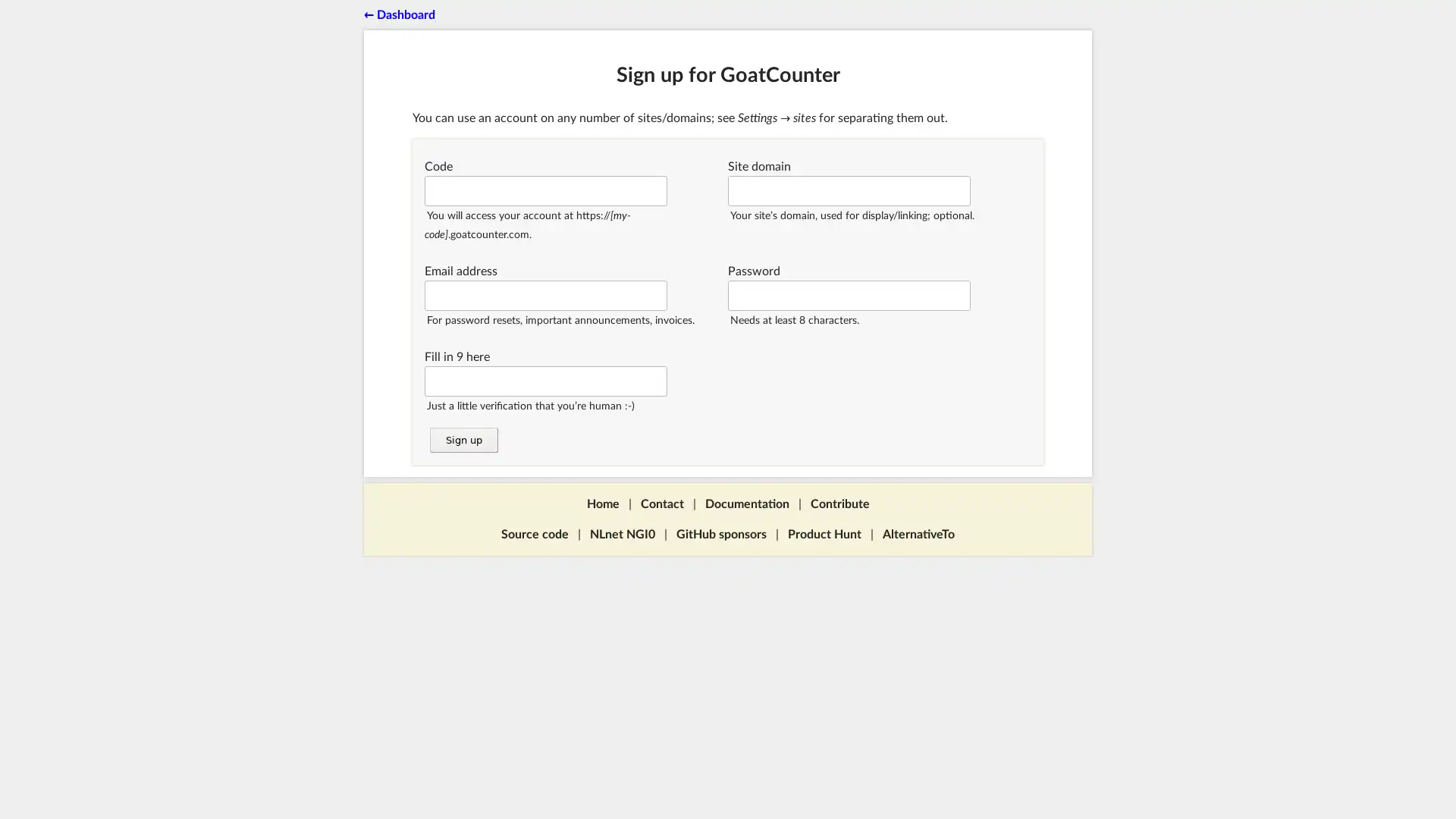 This screenshot has width=1456, height=819. Describe the element at coordinates (462, 440) in the screenshot. I see `Sign up` at that location.